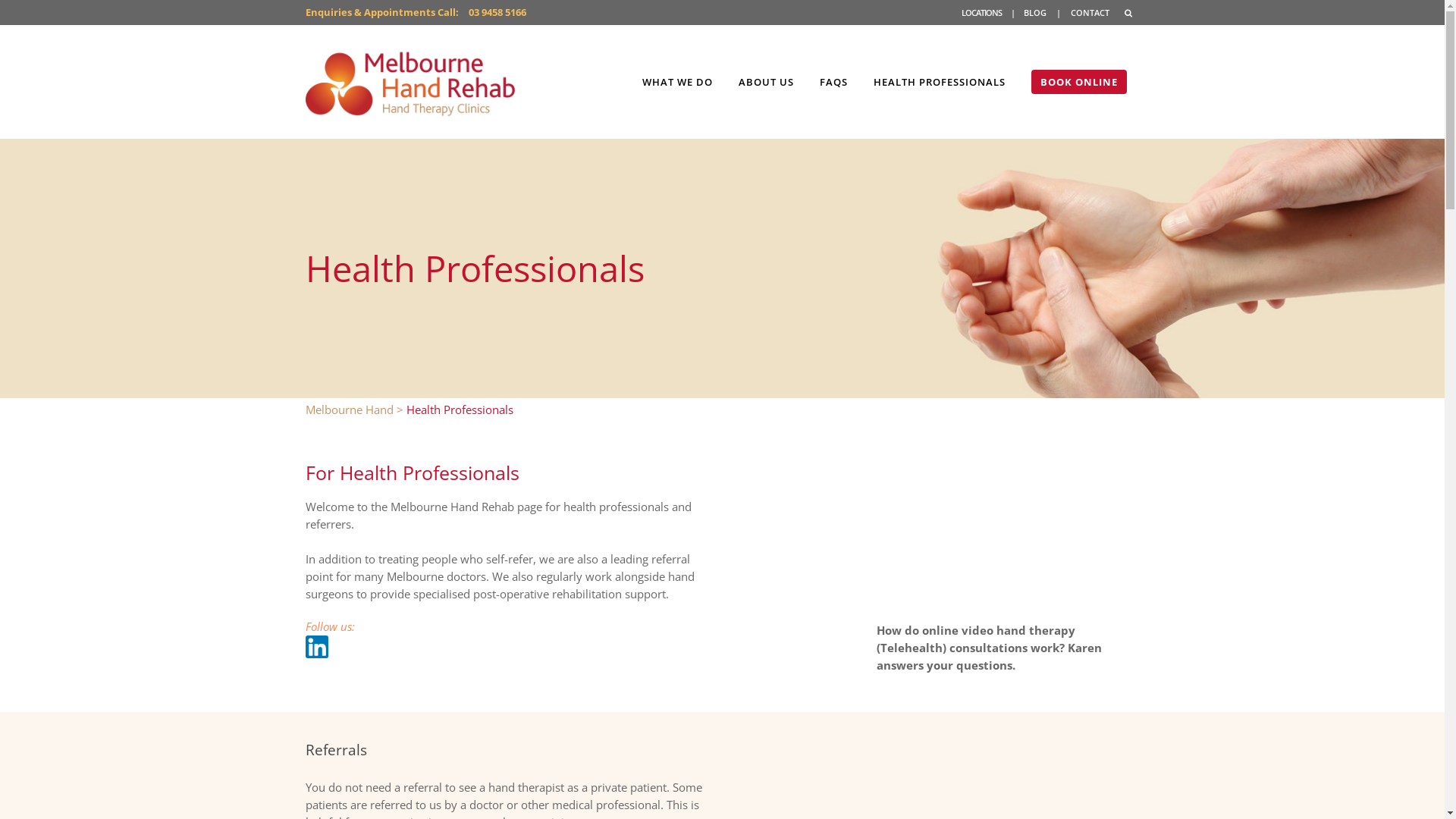 The width and height of the screenshot is (1456, 819). I want to click on 'FAQS', so click(833, 82).